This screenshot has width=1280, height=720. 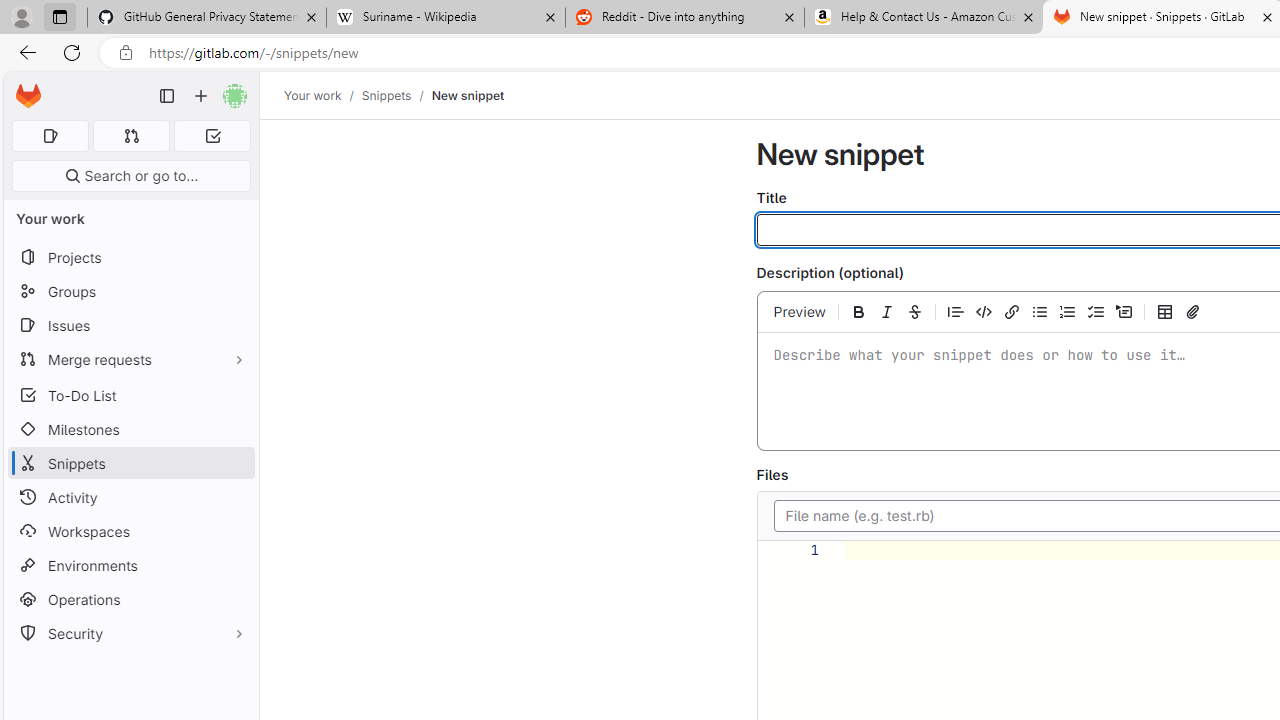 I want to click on 'Preview', so click(x=800, y=311).